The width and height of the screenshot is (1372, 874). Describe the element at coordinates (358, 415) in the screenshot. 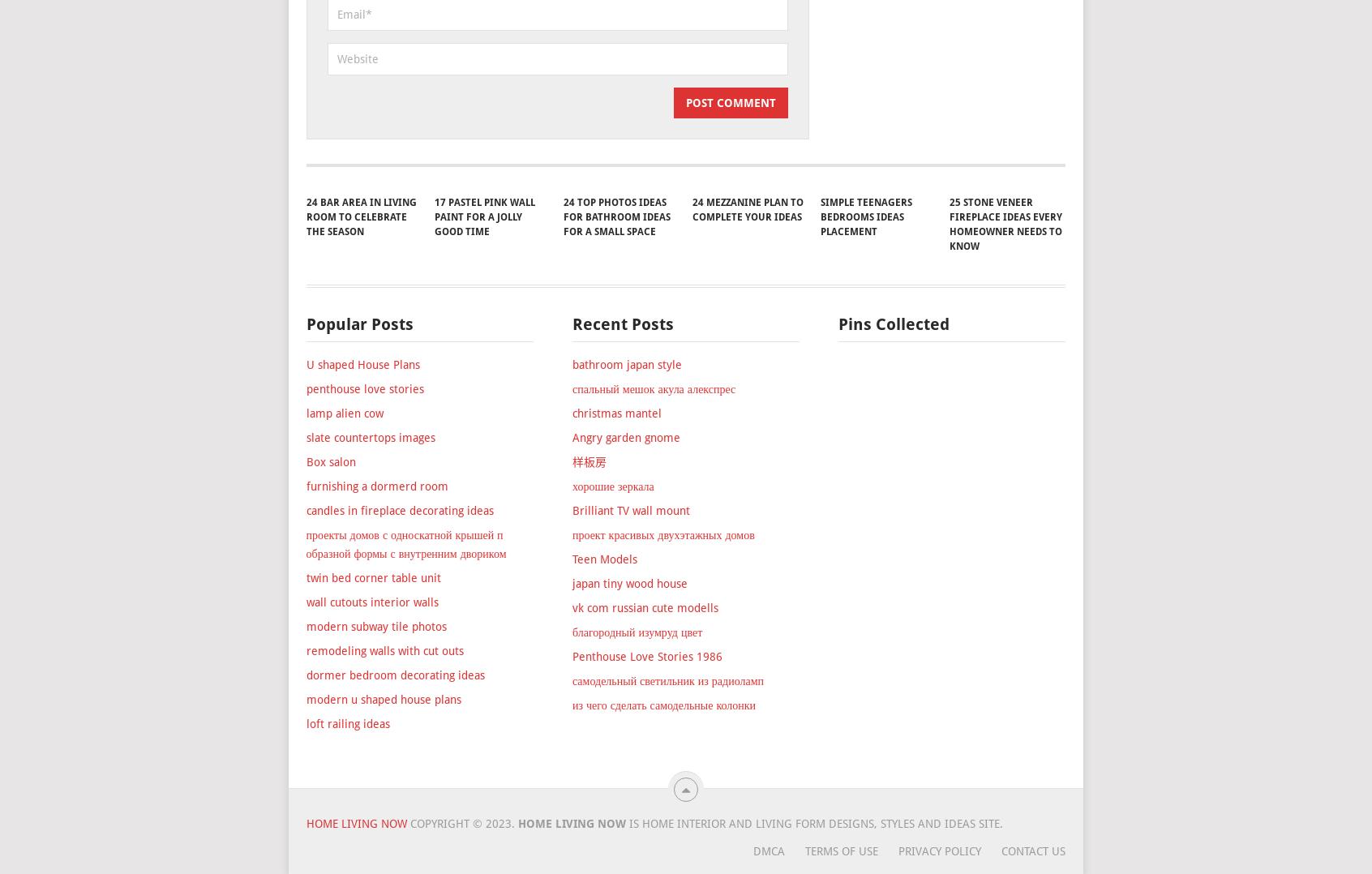

I see `'Popular Posts'` at that location.